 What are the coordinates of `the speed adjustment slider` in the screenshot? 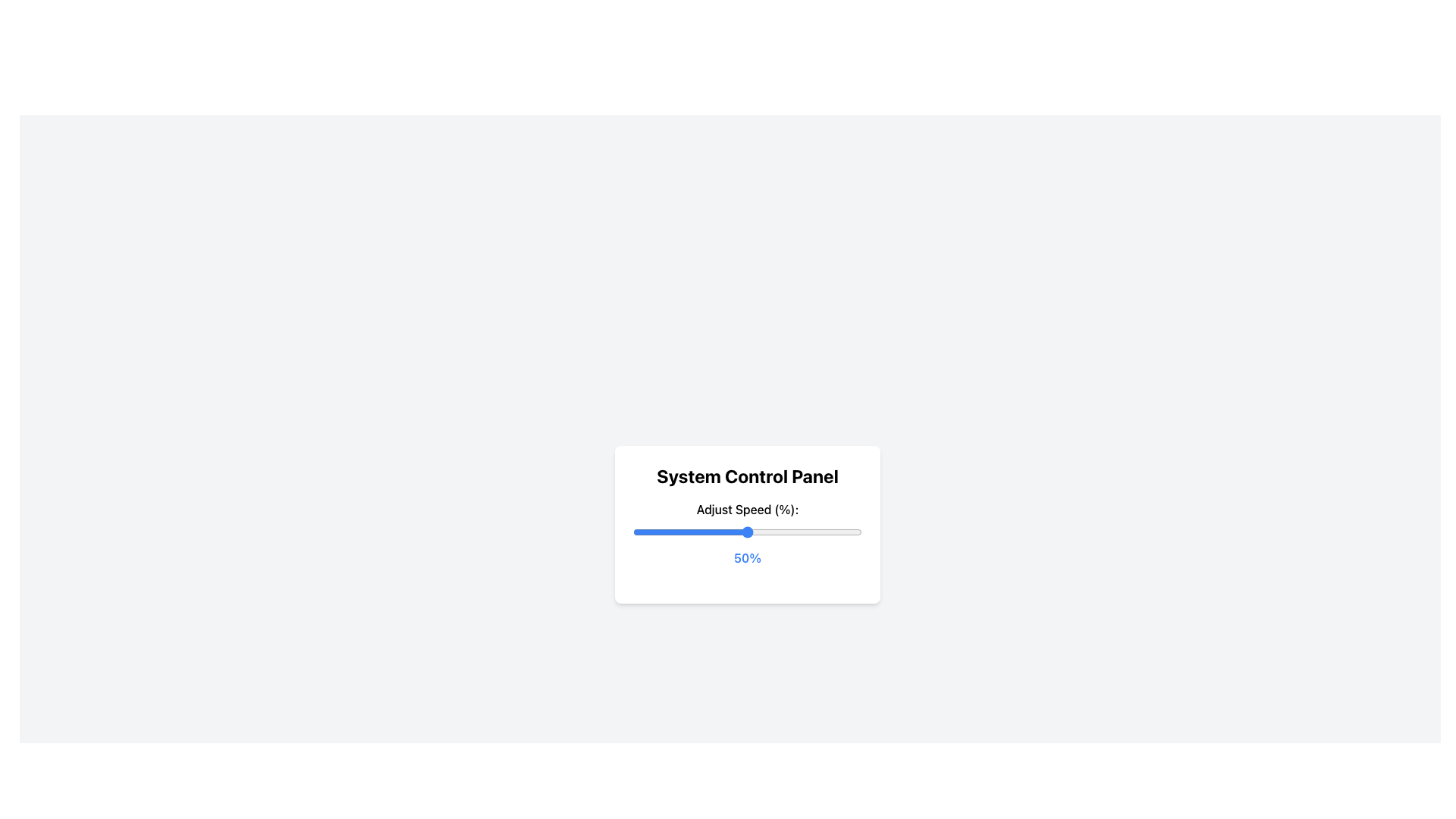 It's located at (799, 532).